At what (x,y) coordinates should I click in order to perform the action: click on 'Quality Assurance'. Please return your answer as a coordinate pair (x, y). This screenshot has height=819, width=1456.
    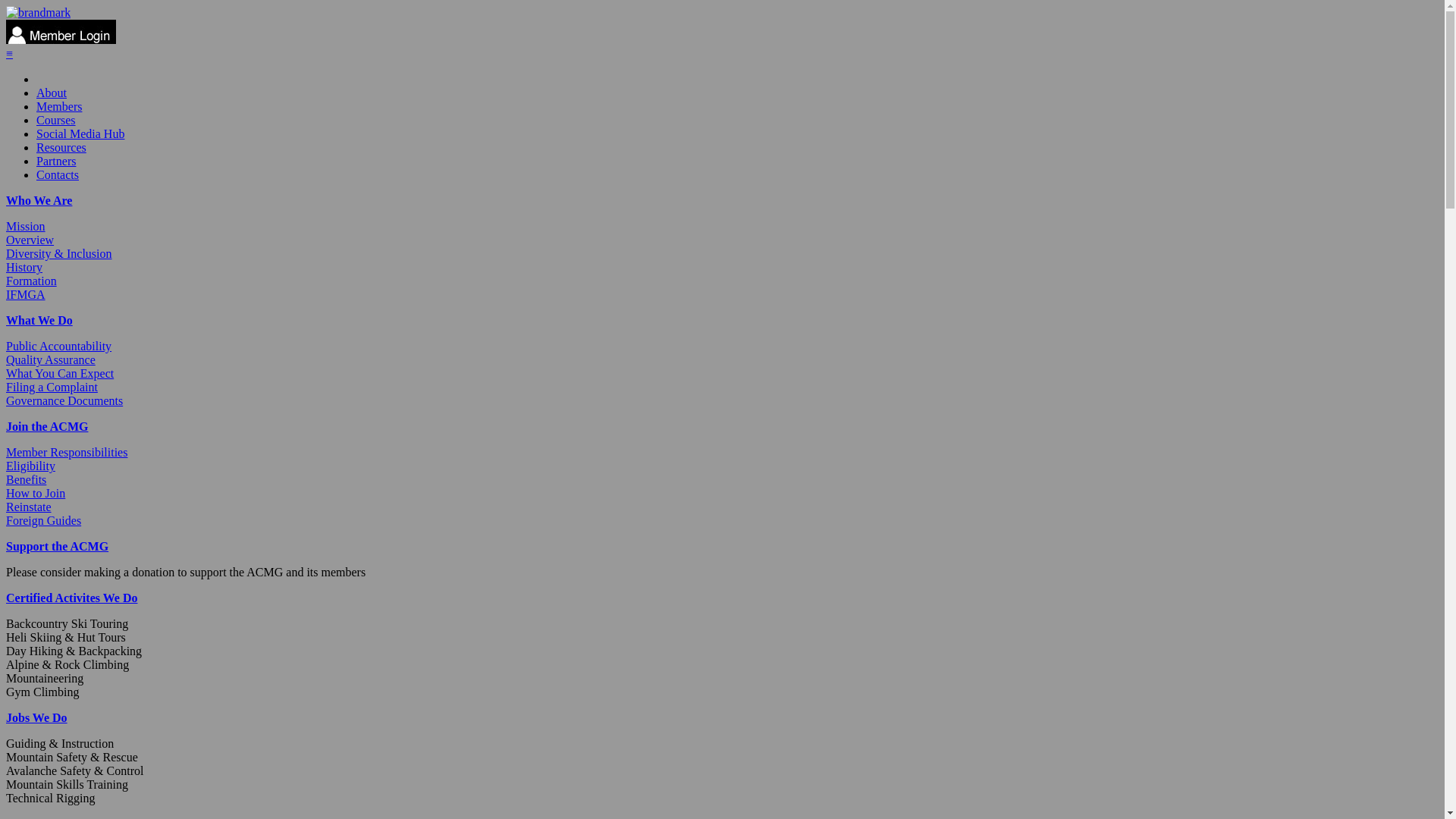
    Looking at the image, I should click on (51, 359).